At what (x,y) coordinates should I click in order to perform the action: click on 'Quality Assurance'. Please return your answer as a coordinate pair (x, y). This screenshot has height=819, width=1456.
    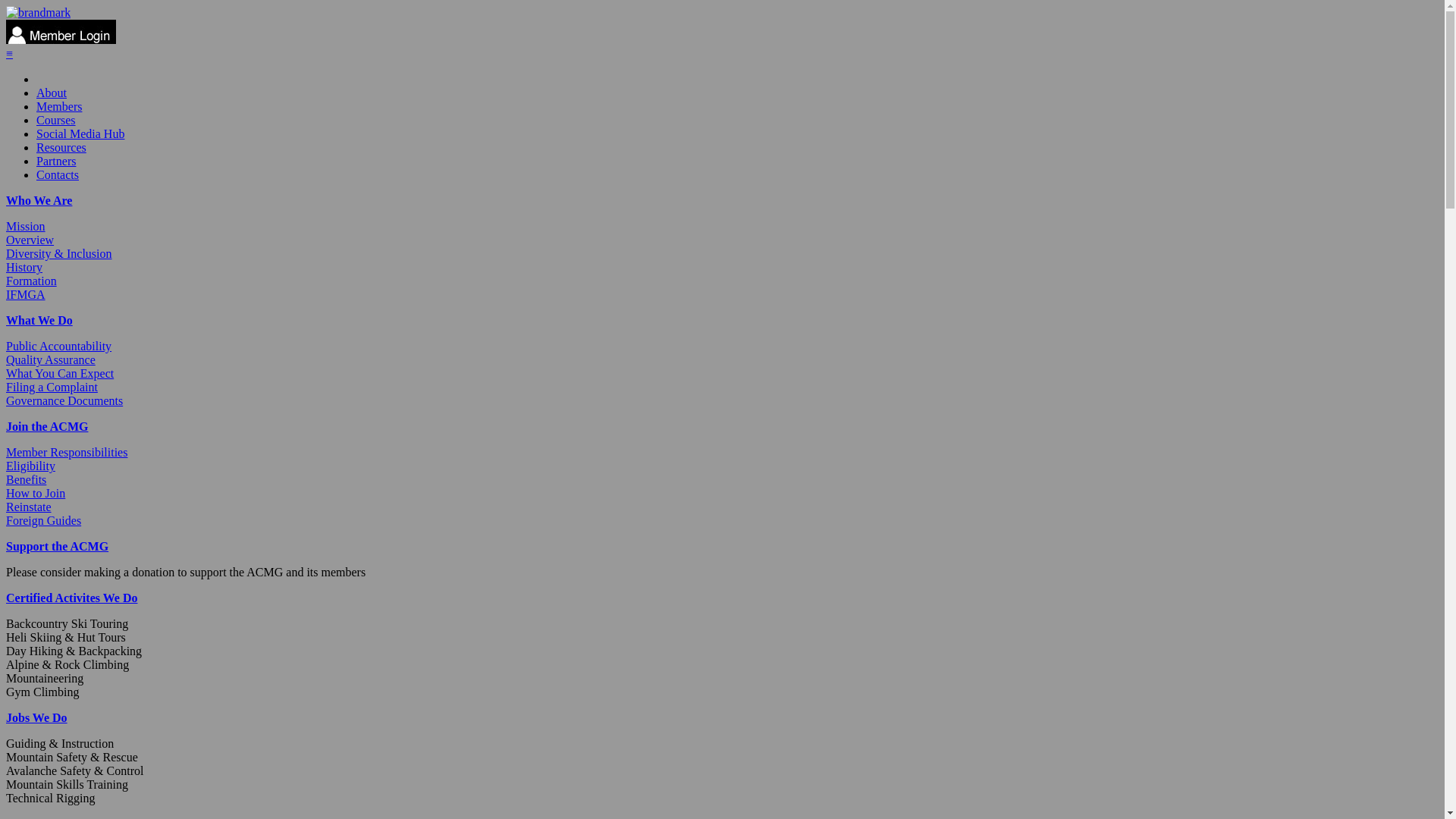
    Looking at the image, I should click on (51, 359).